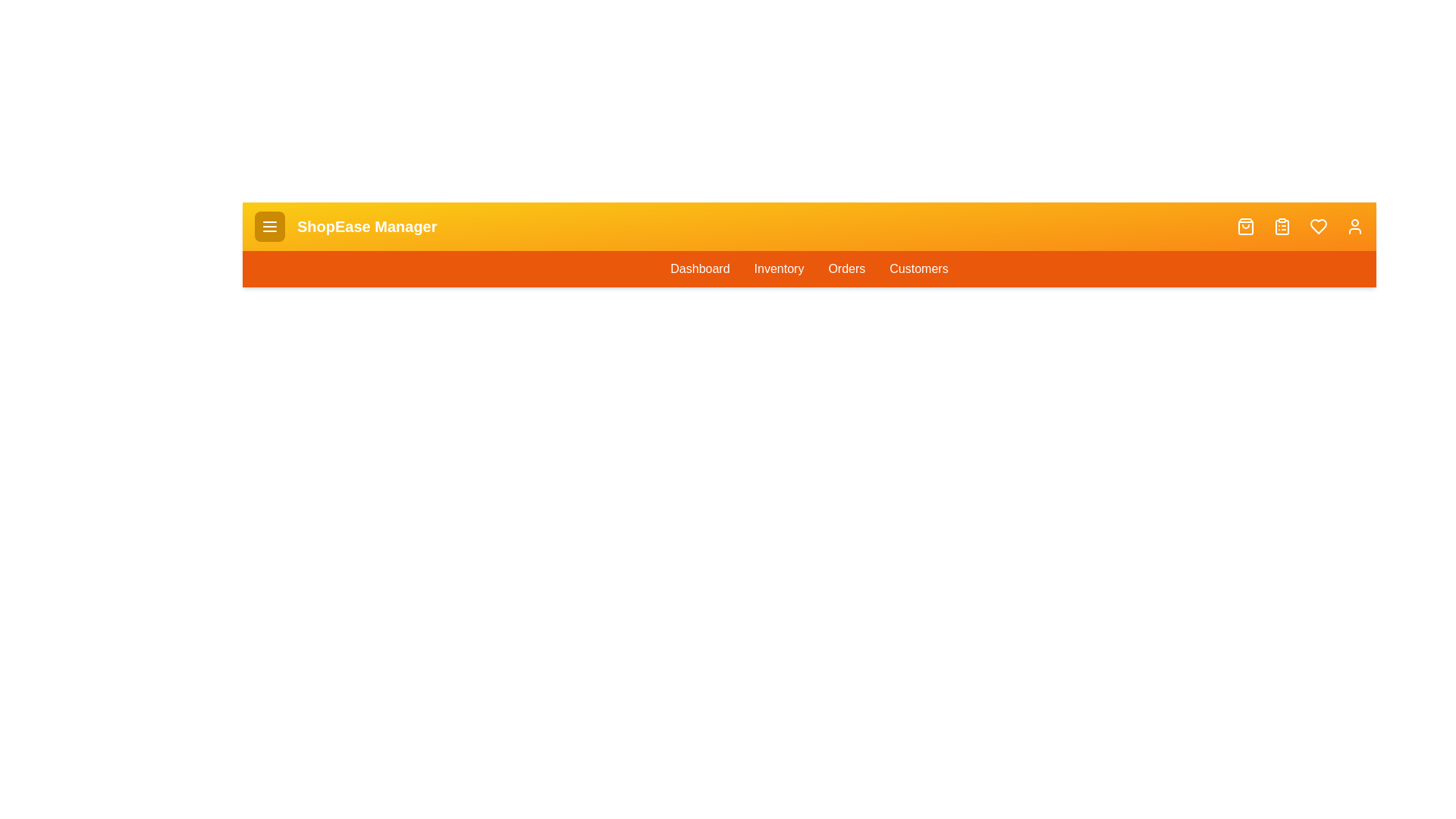  I want to click on the navigation link for Dashboard to navigate to the respective section, so click(698, 268).